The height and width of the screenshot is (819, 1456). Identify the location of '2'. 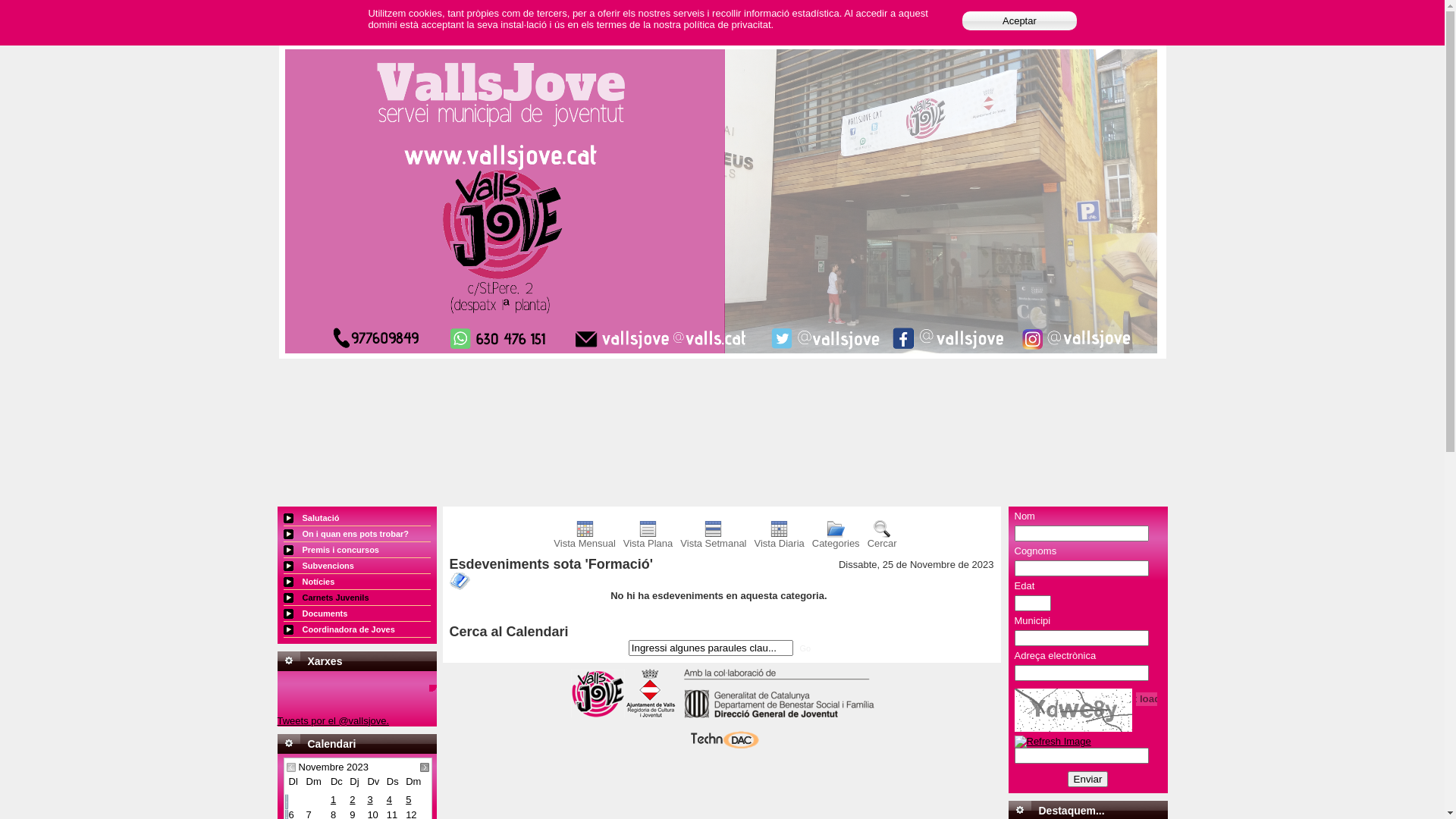
(348, 799).